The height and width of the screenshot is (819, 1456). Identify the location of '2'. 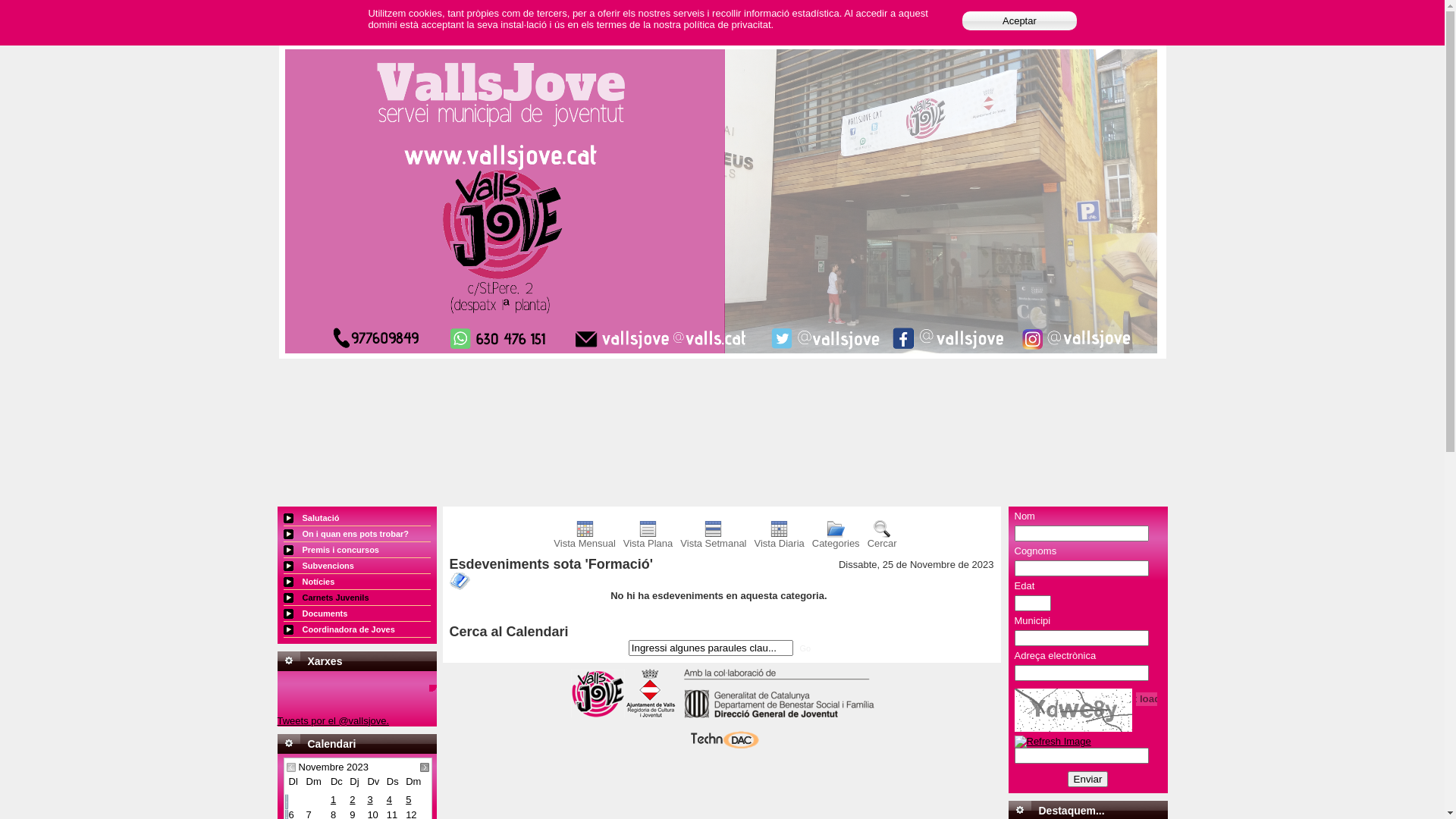
(348, 799).